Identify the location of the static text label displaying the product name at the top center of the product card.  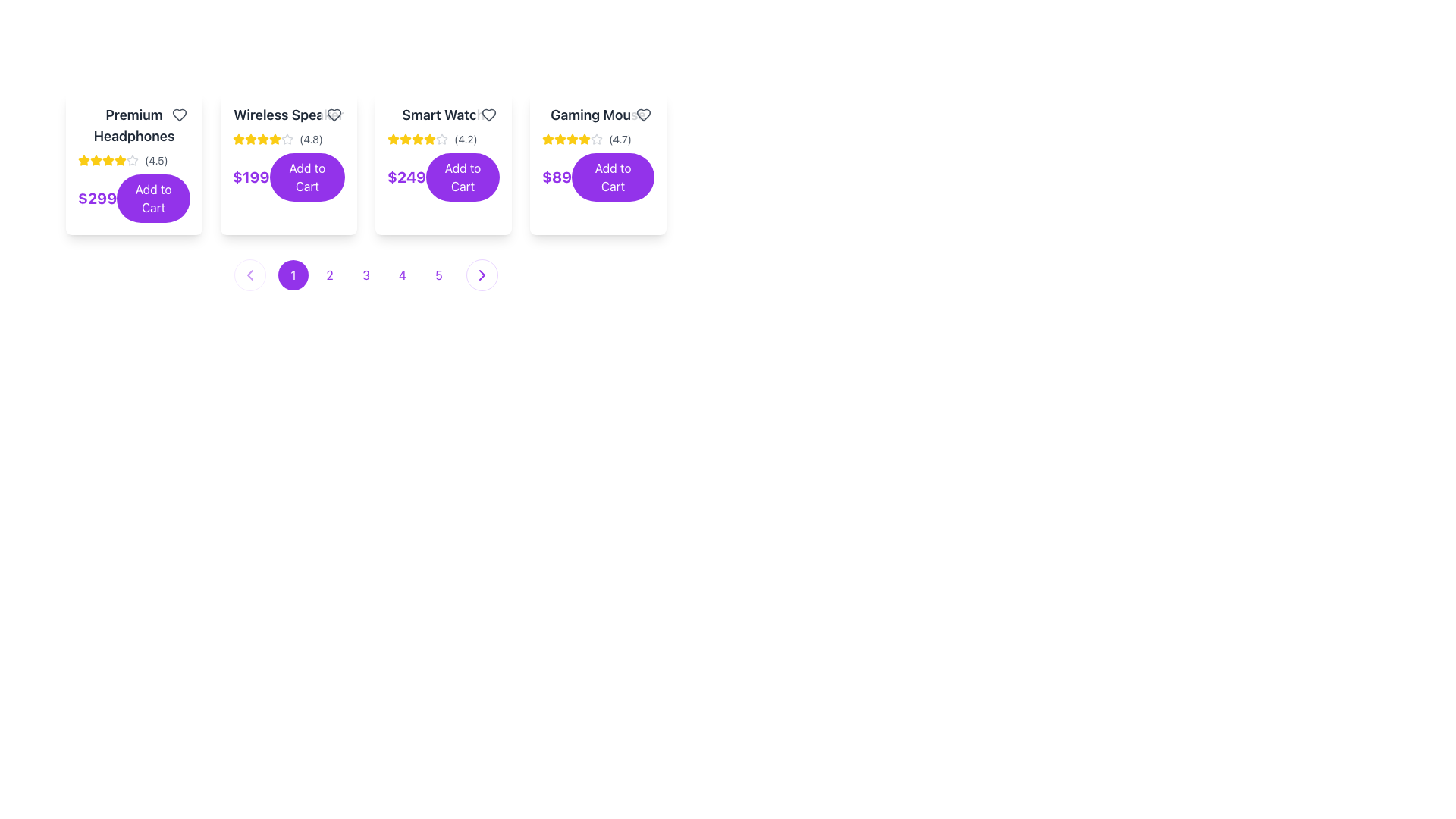
(597, 114).